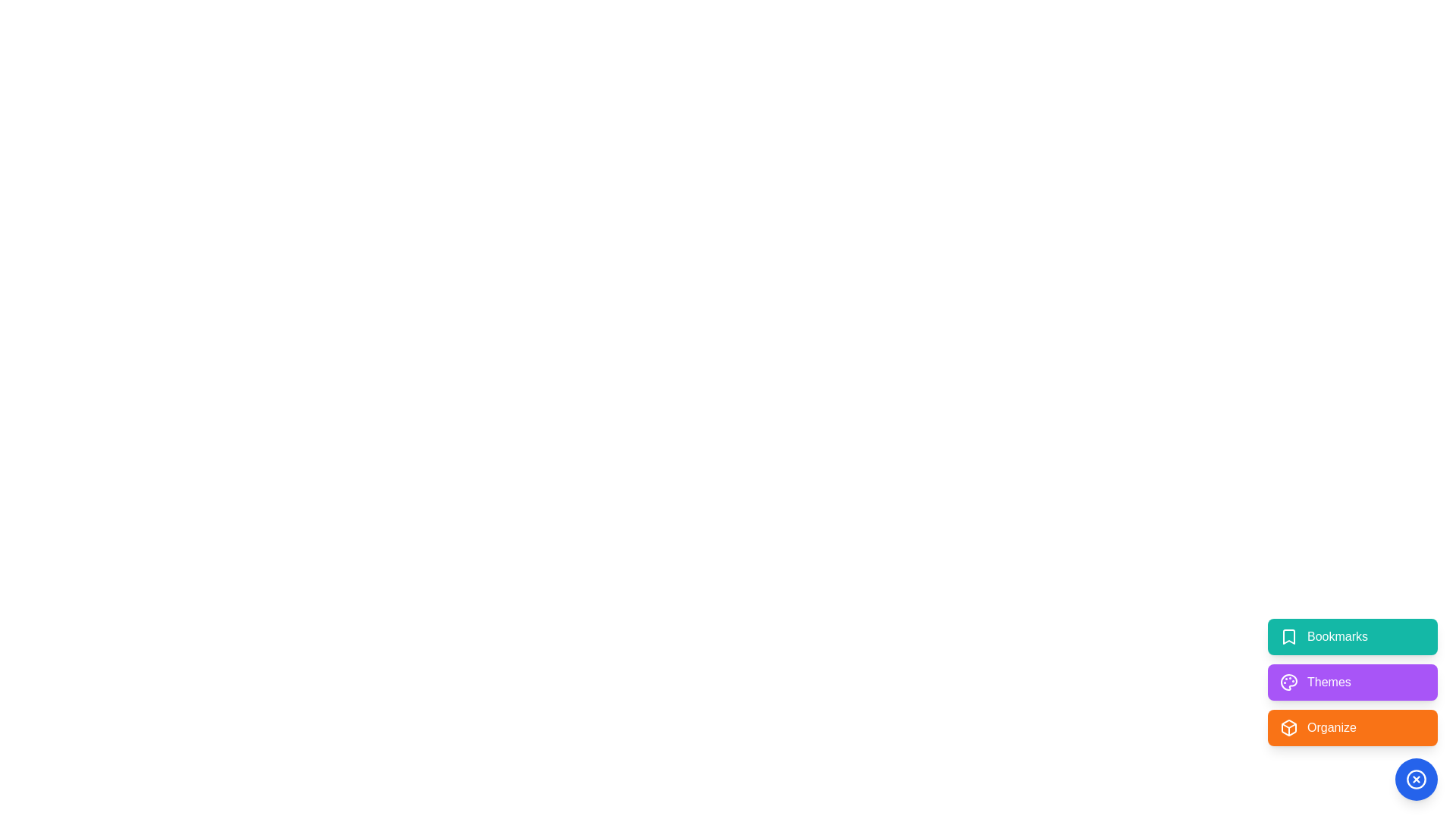 This screenshot has height=819, width=1456. What do you see at coordinates (1415, 780) in the screenshot?
I see `blue circular button to toggle the visibility of the action buttons` at bounding box center [1415, 780].